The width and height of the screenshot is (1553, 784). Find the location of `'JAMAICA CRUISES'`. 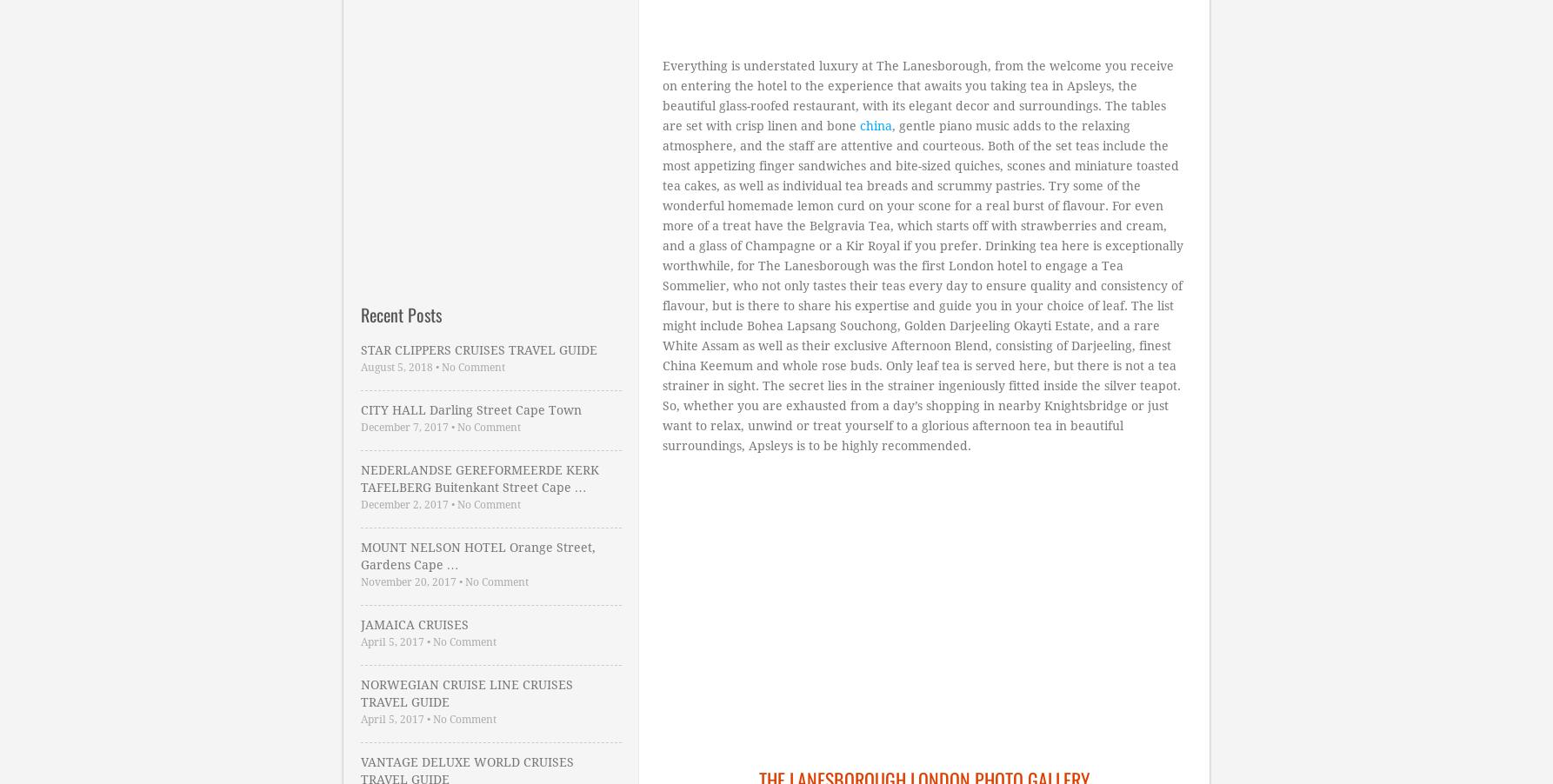

'JAMAICA CRUISES' is located at coordinates (412, 624).